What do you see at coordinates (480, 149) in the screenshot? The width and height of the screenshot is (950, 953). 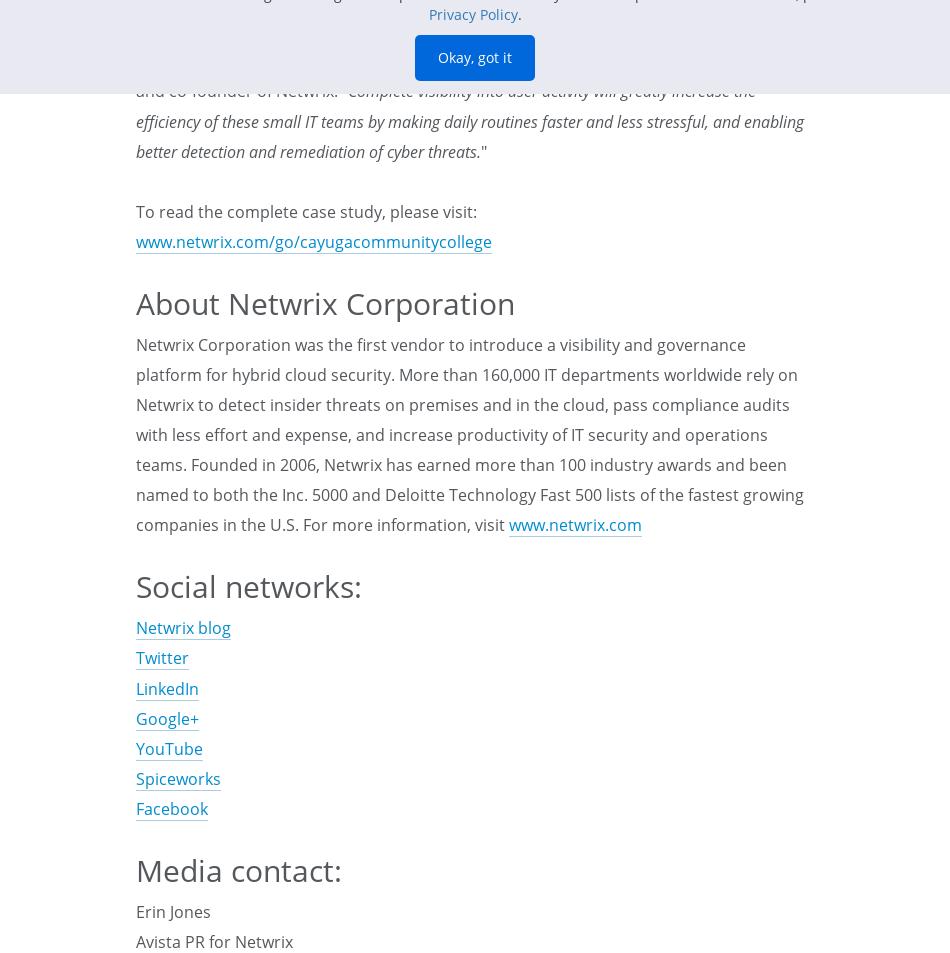 I see `'"'` at bounding box center [480, 149].